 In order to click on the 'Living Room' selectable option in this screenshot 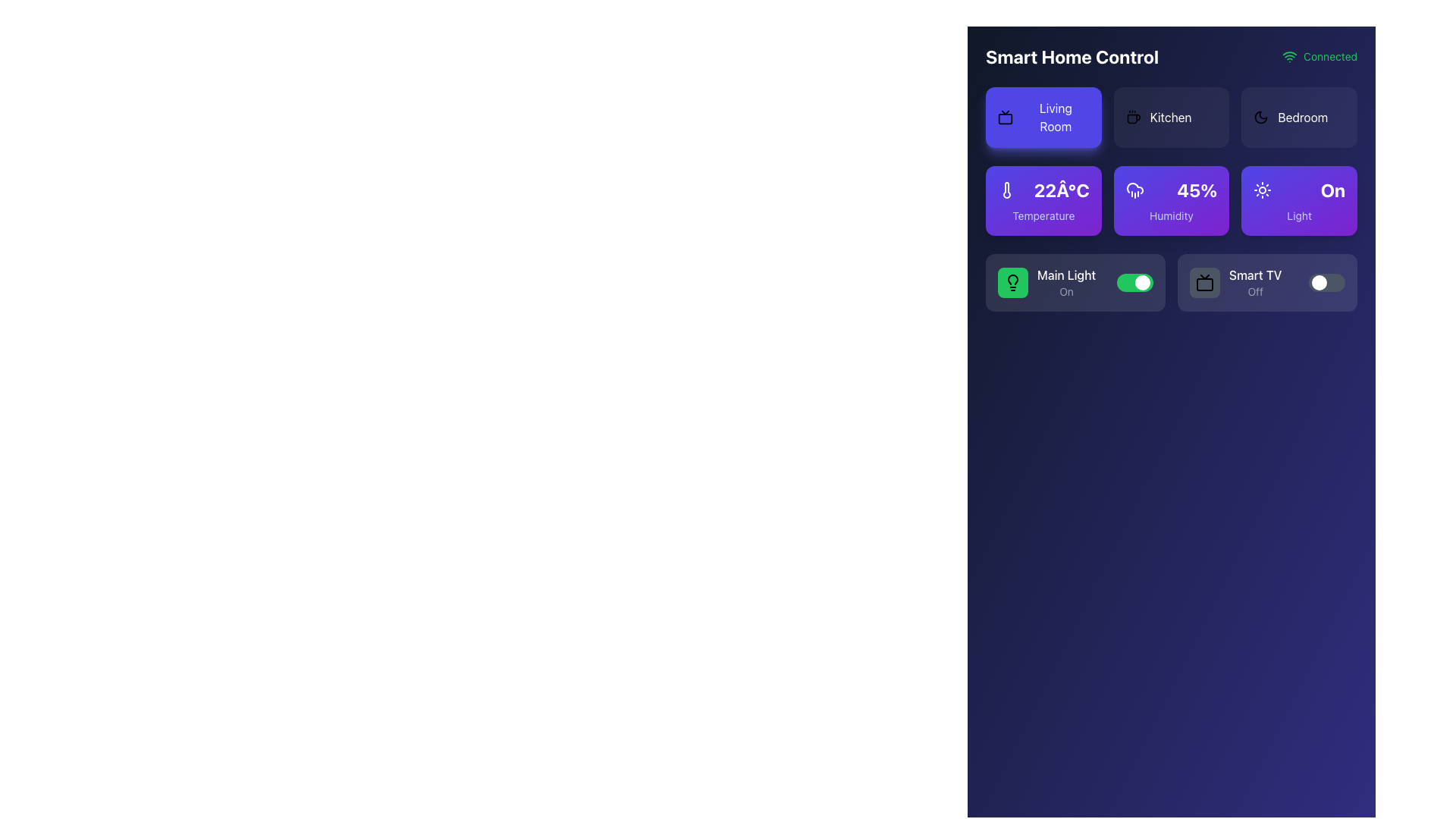, I will do `click(1043, 116)`.